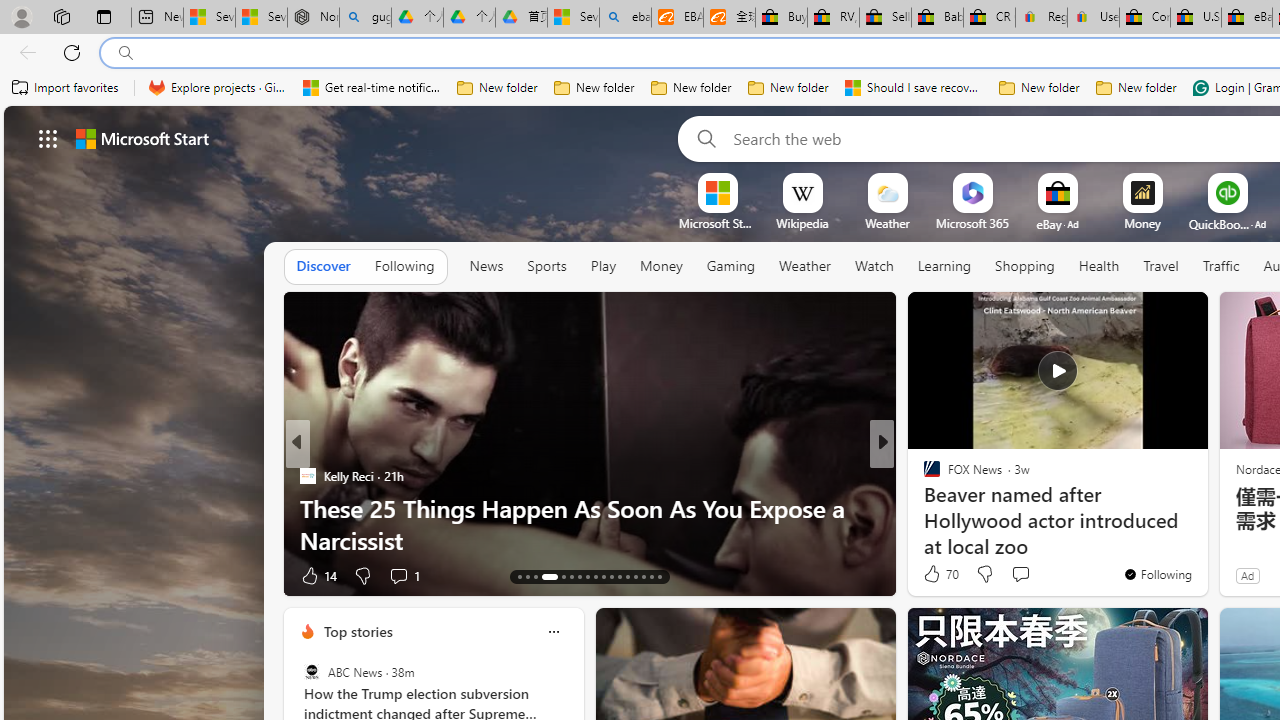  I want to click on '1k Like', so click(932, 575).